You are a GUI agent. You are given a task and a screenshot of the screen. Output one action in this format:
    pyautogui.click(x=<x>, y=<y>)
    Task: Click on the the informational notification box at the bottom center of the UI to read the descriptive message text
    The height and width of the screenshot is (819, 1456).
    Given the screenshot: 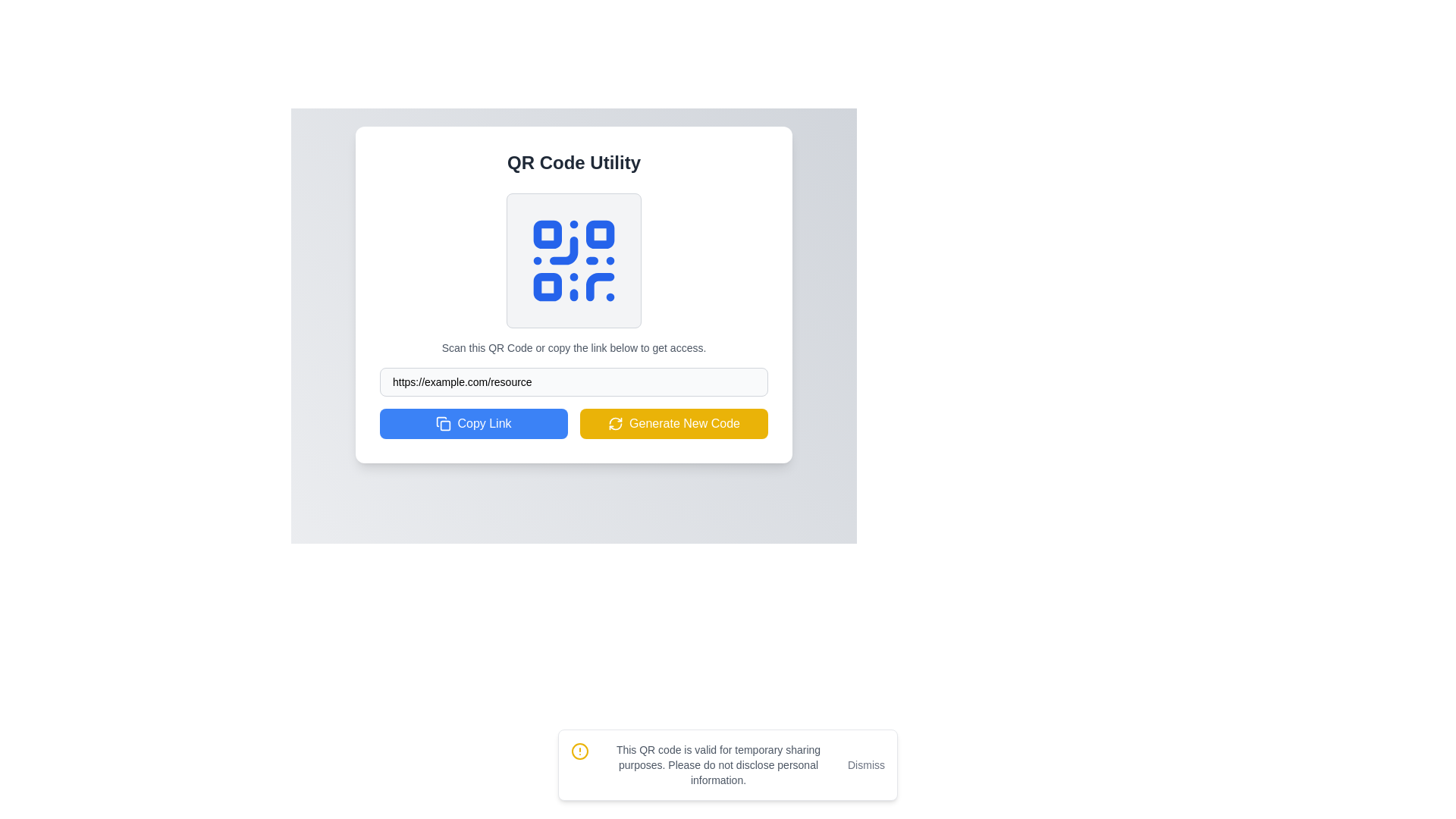 What is the action you would take?
    pyautogui.click(x=728, y=765)
    